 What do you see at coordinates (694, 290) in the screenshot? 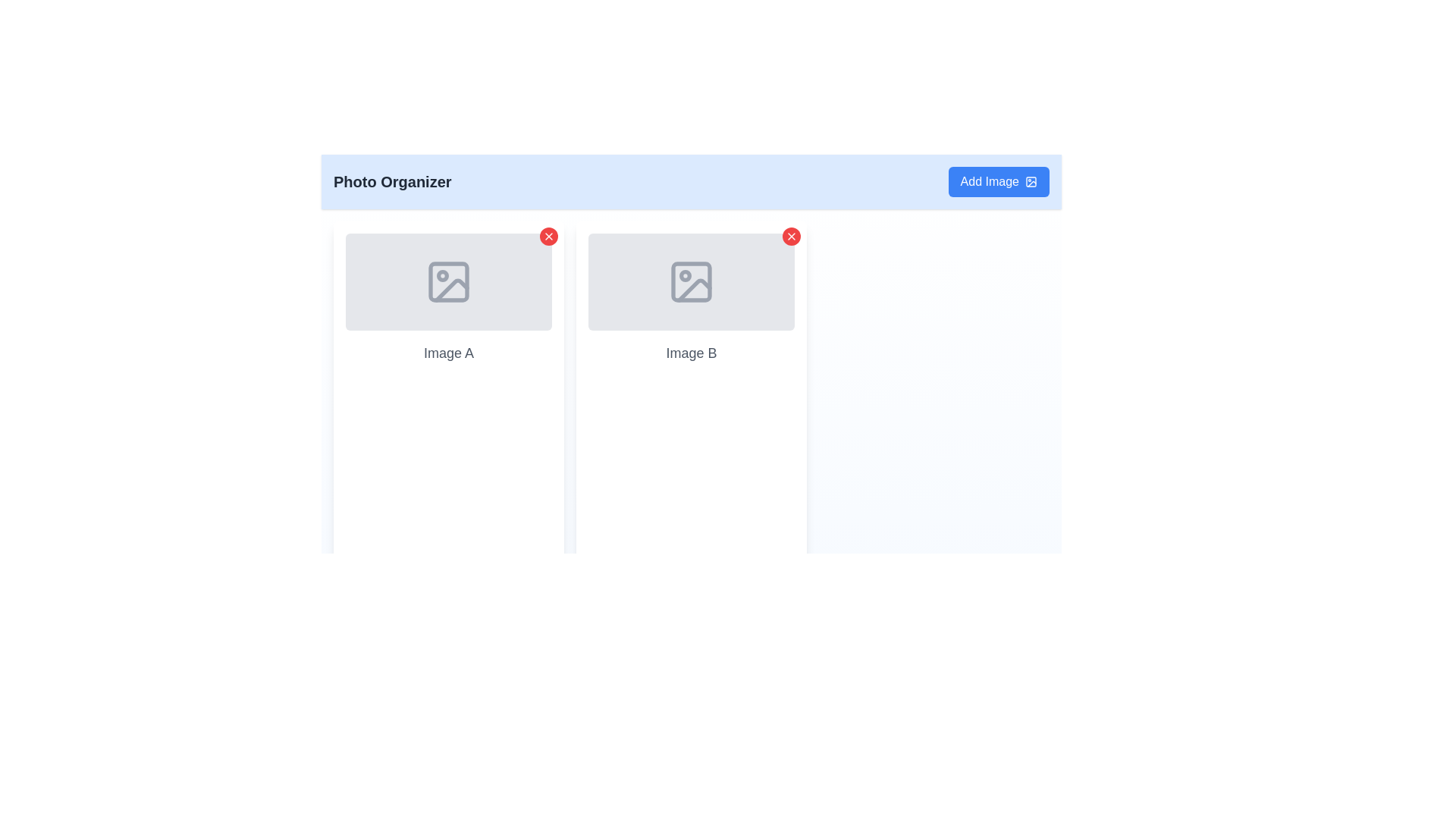
I see `vector graphic element representing a slanted line within the SVG component of the icon beneath the title 'Image B' using developer tools` at bounding box center [694, 290].